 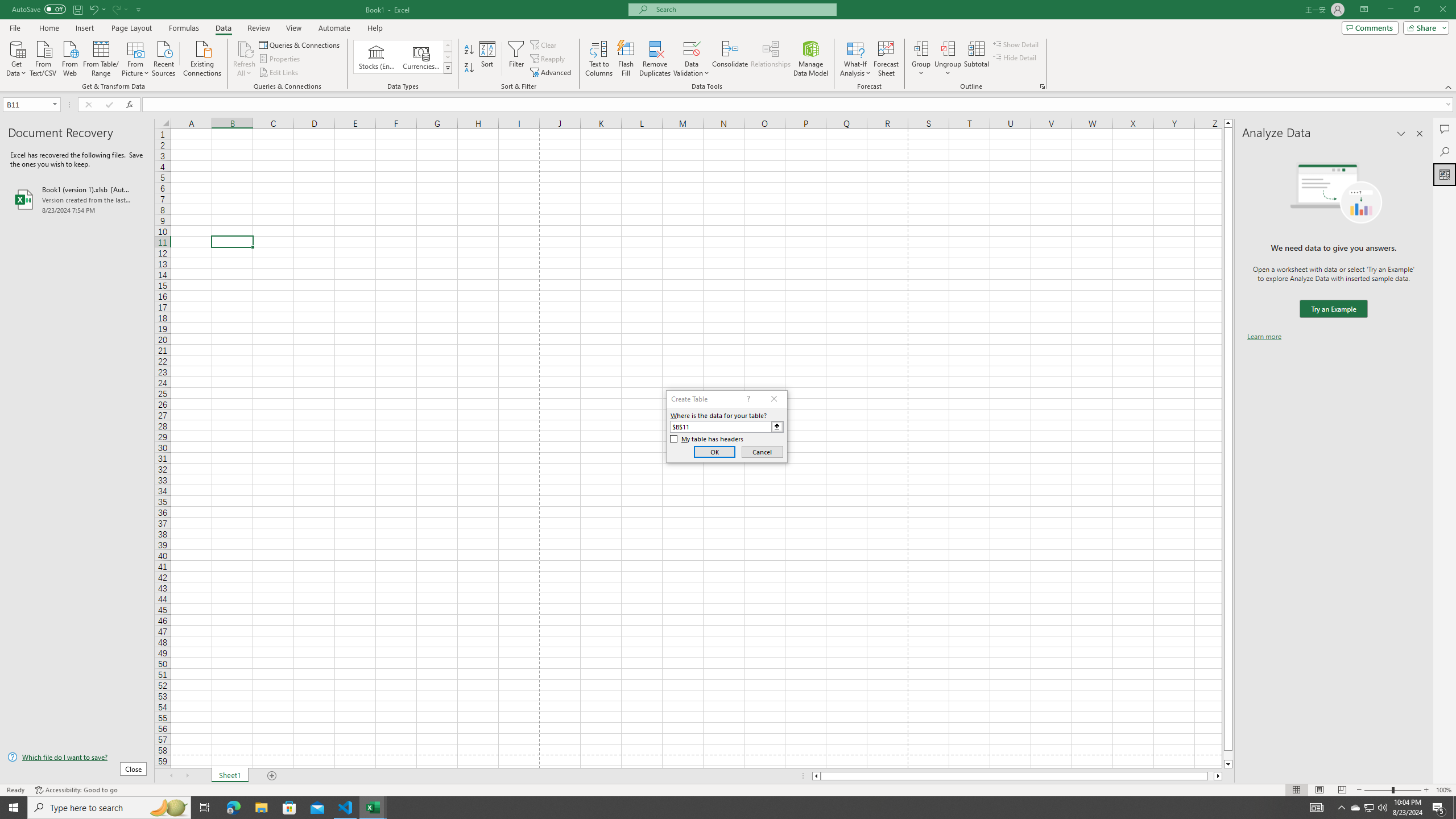 What do you see at coordinates (403, 56) in the screenshot?
I see `'AutomationID: ConvertToLinkedEntity'` at bounding box center [403, 56].